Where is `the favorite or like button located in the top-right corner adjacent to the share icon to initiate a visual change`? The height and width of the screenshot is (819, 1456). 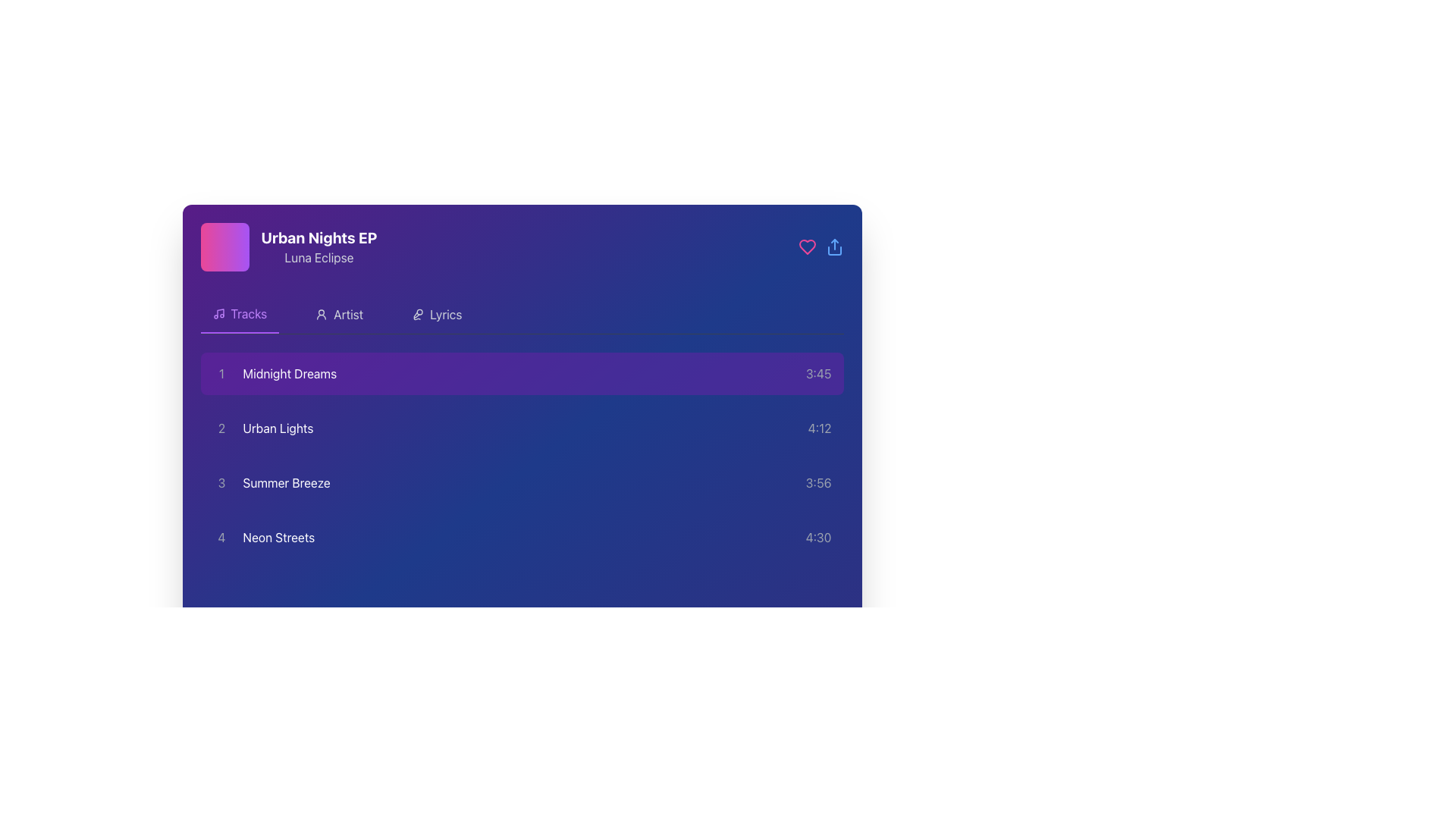 the favorite or like button located in the top-right corner adjacent to the share icon to initiate a visual change is located at coordinates (806, 246).